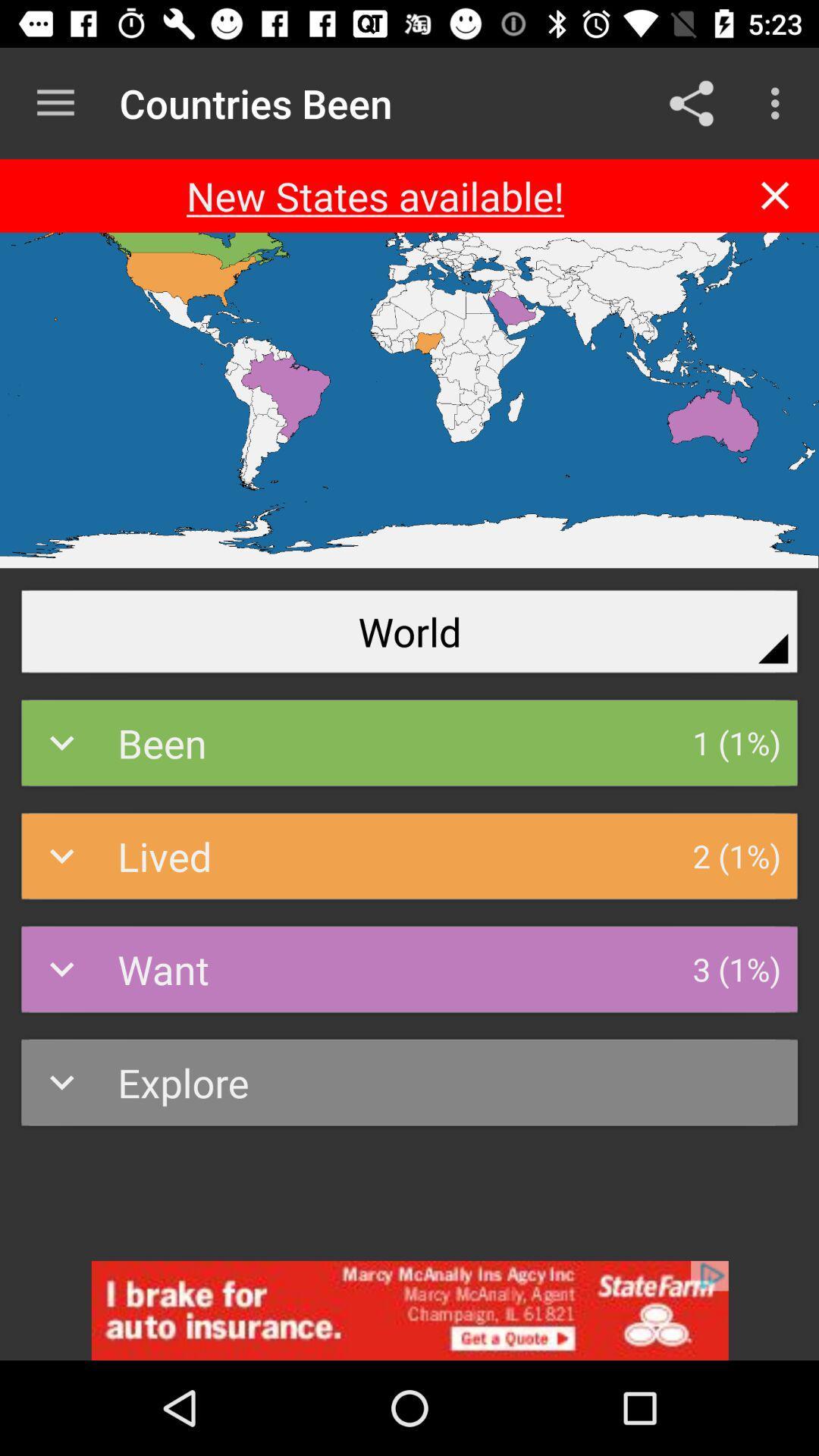 The height and width of the screenshot is (1456, 819). What do you see at coordinates (55, 102) in the screenshot?
I see `open menu` at bounding box center [55, 102].